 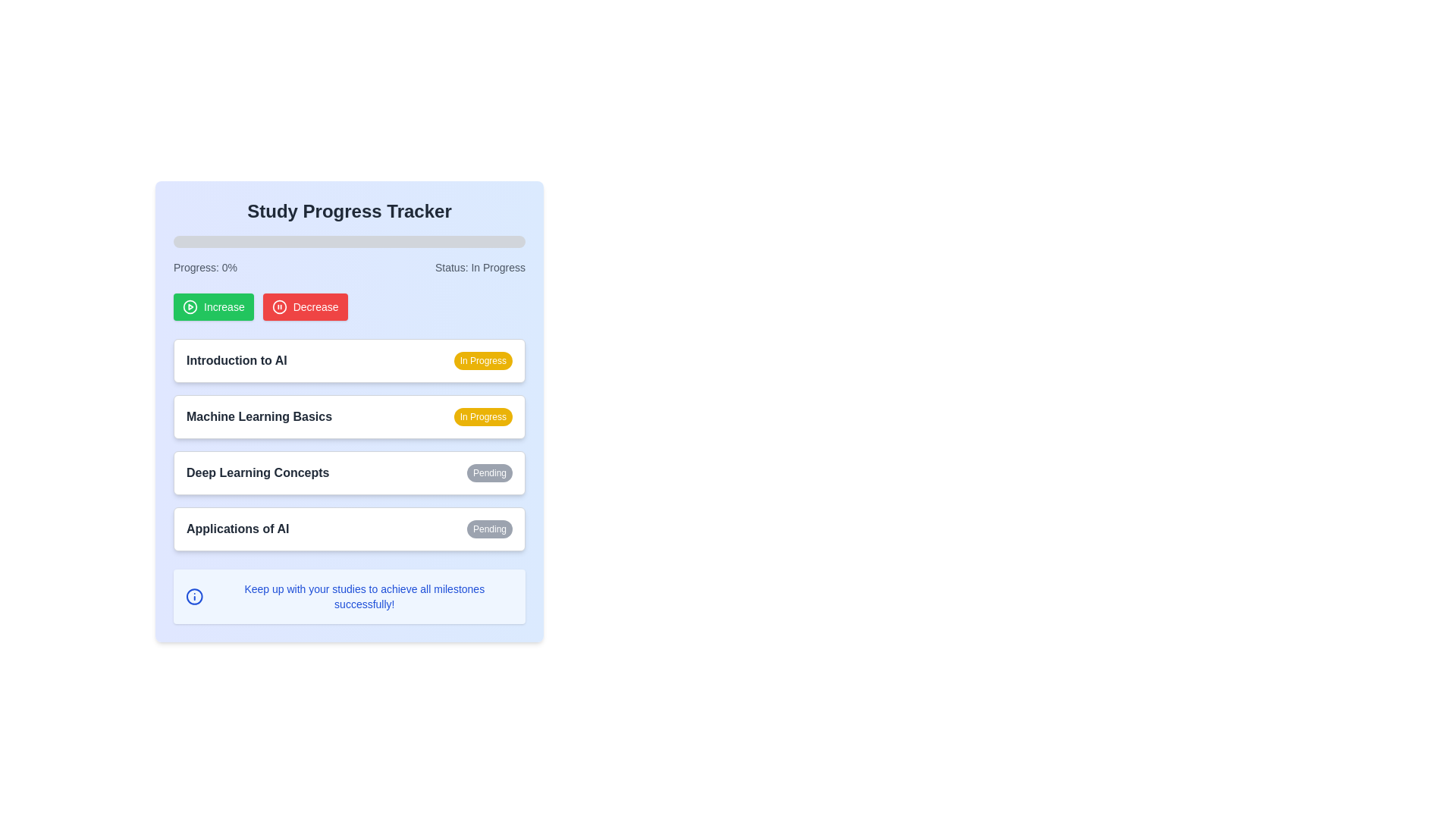 What do you see at coordinates (279, 307) in the screenshot?
I see `the circular pause icon on the red background, which is part of the 'Decrease' button labeled with white text` at bounding box center [279, 307].